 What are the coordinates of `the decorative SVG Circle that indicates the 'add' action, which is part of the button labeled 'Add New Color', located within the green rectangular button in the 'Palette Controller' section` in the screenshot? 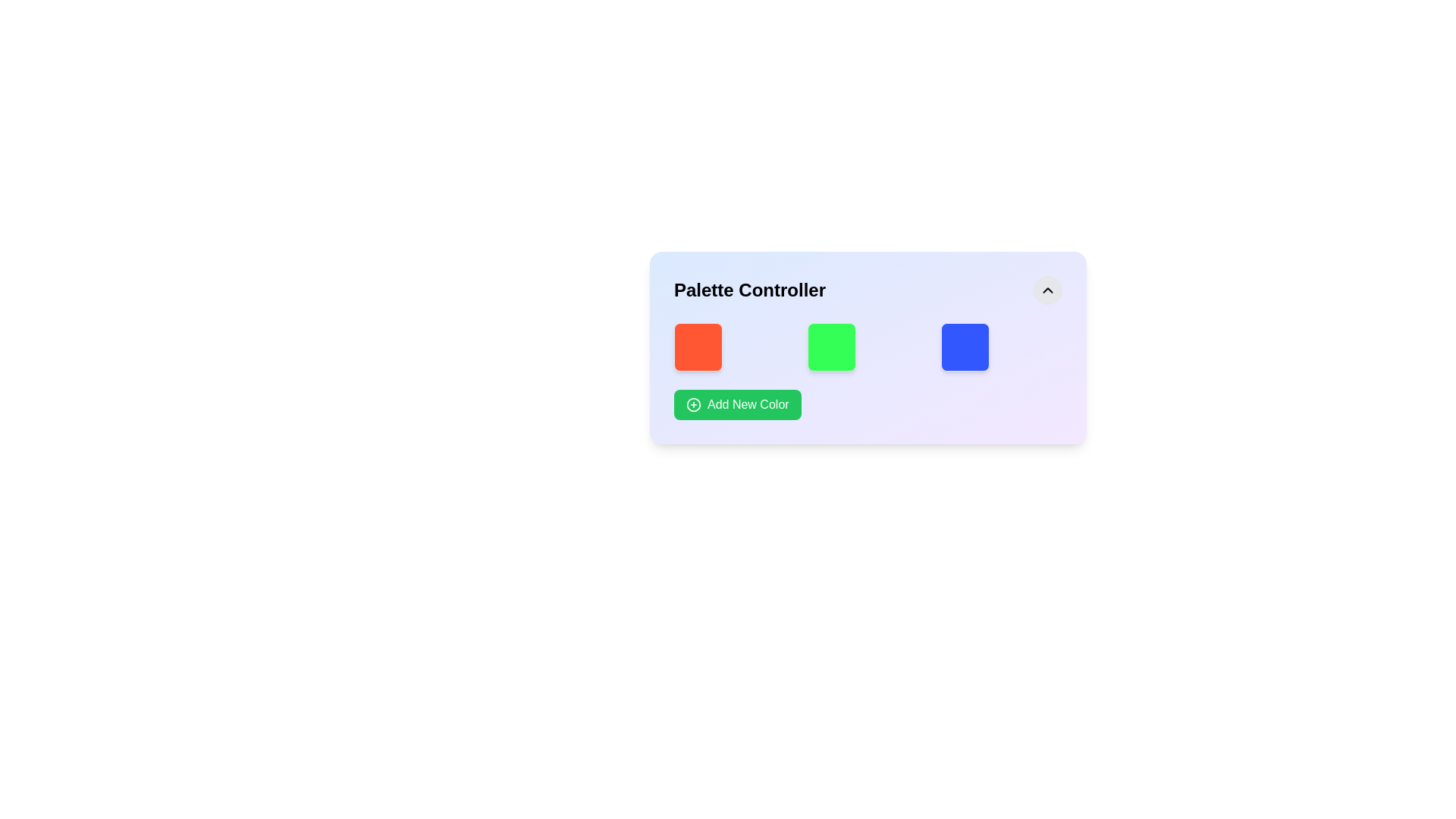 It's located at (693, 403).